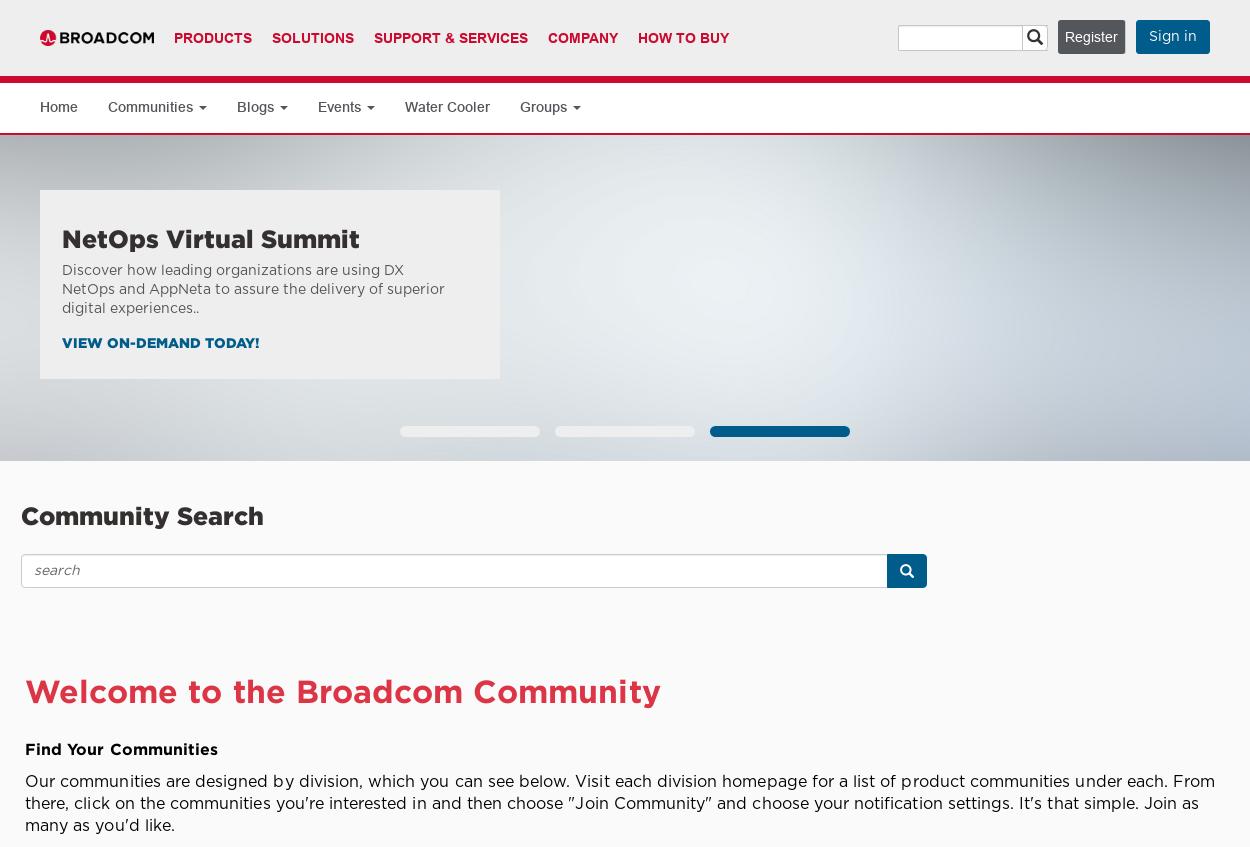 This screenshot has width=1250, height=847. Describe the element at coordinates (446, 107) in the screenshot. I see `'Water Cooler'` at that location.